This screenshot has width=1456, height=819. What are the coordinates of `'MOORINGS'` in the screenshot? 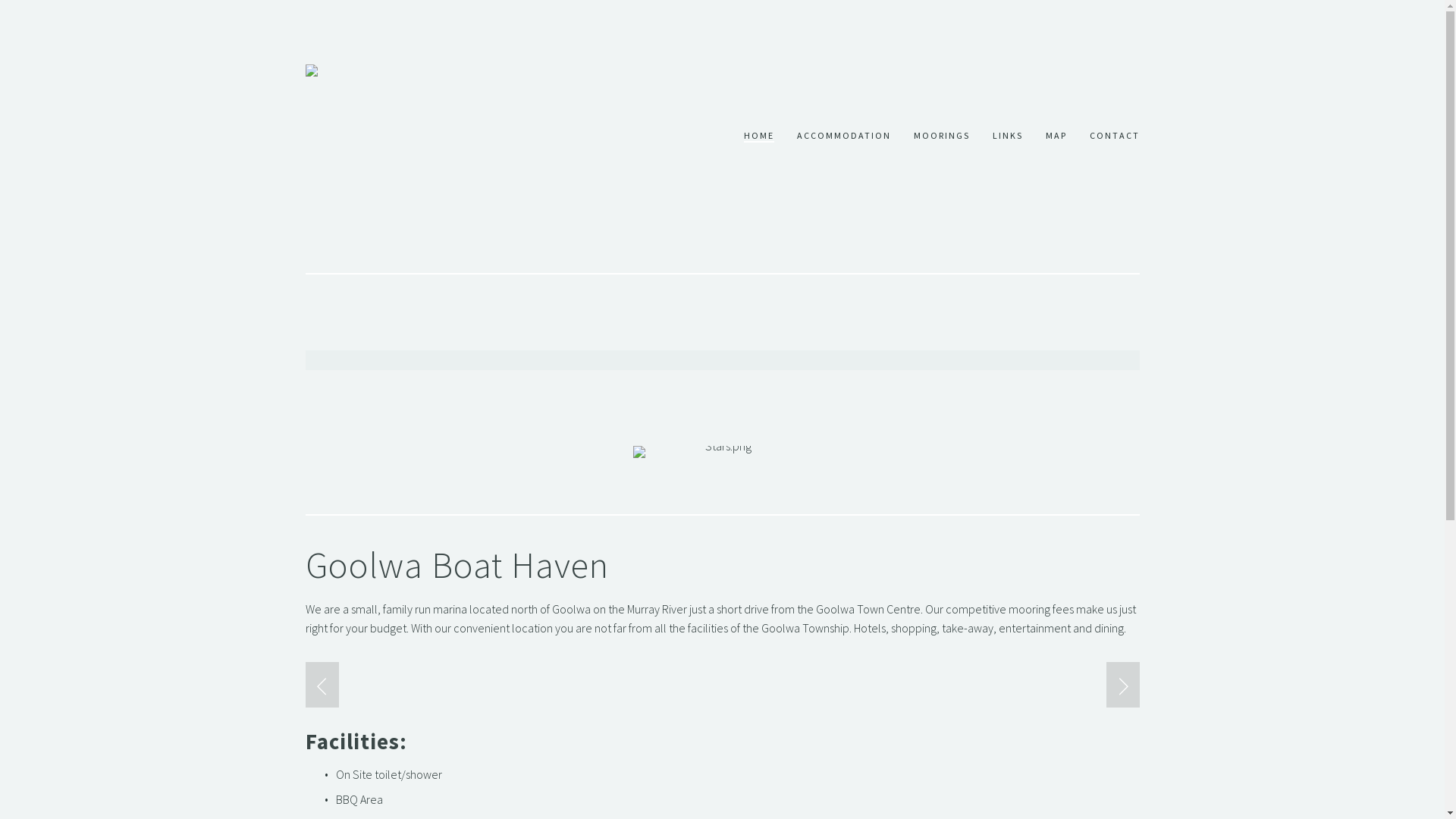 It's located at (940, 136).